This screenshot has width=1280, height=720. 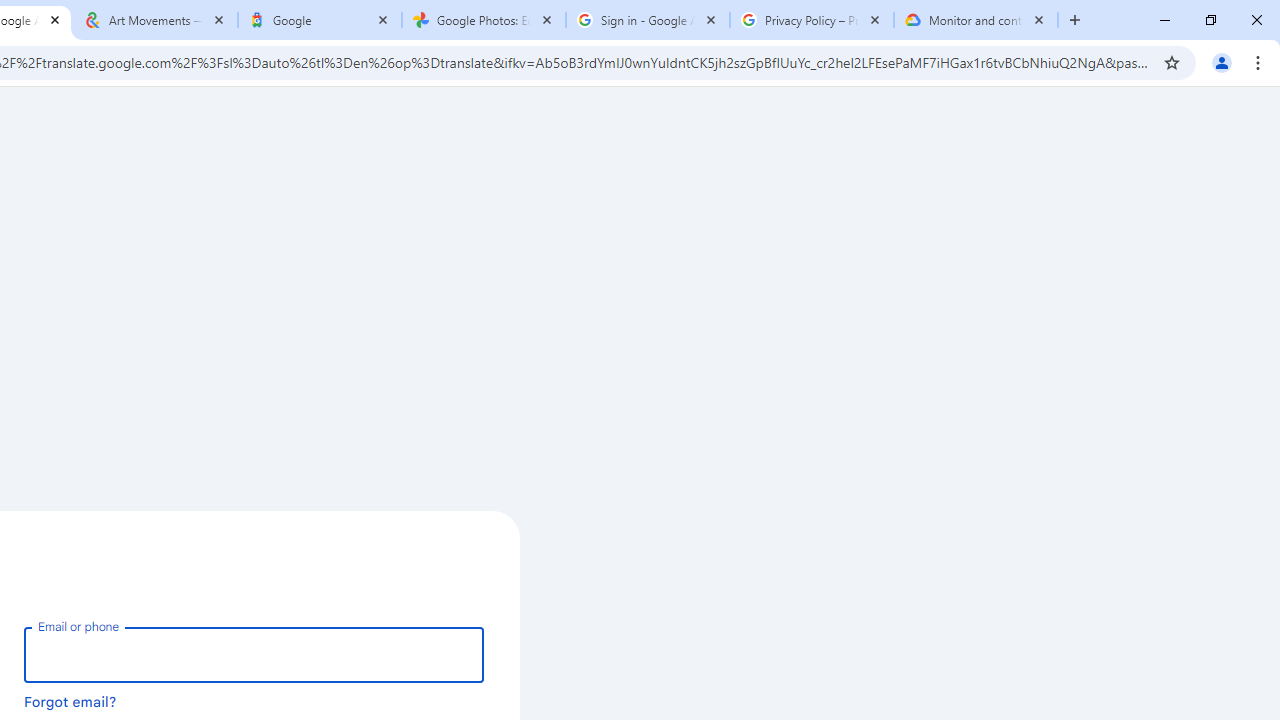 What do you see at coordinates (320, 20) in the screenshot?
I see `'Google'` at bounding box center [320, 20].